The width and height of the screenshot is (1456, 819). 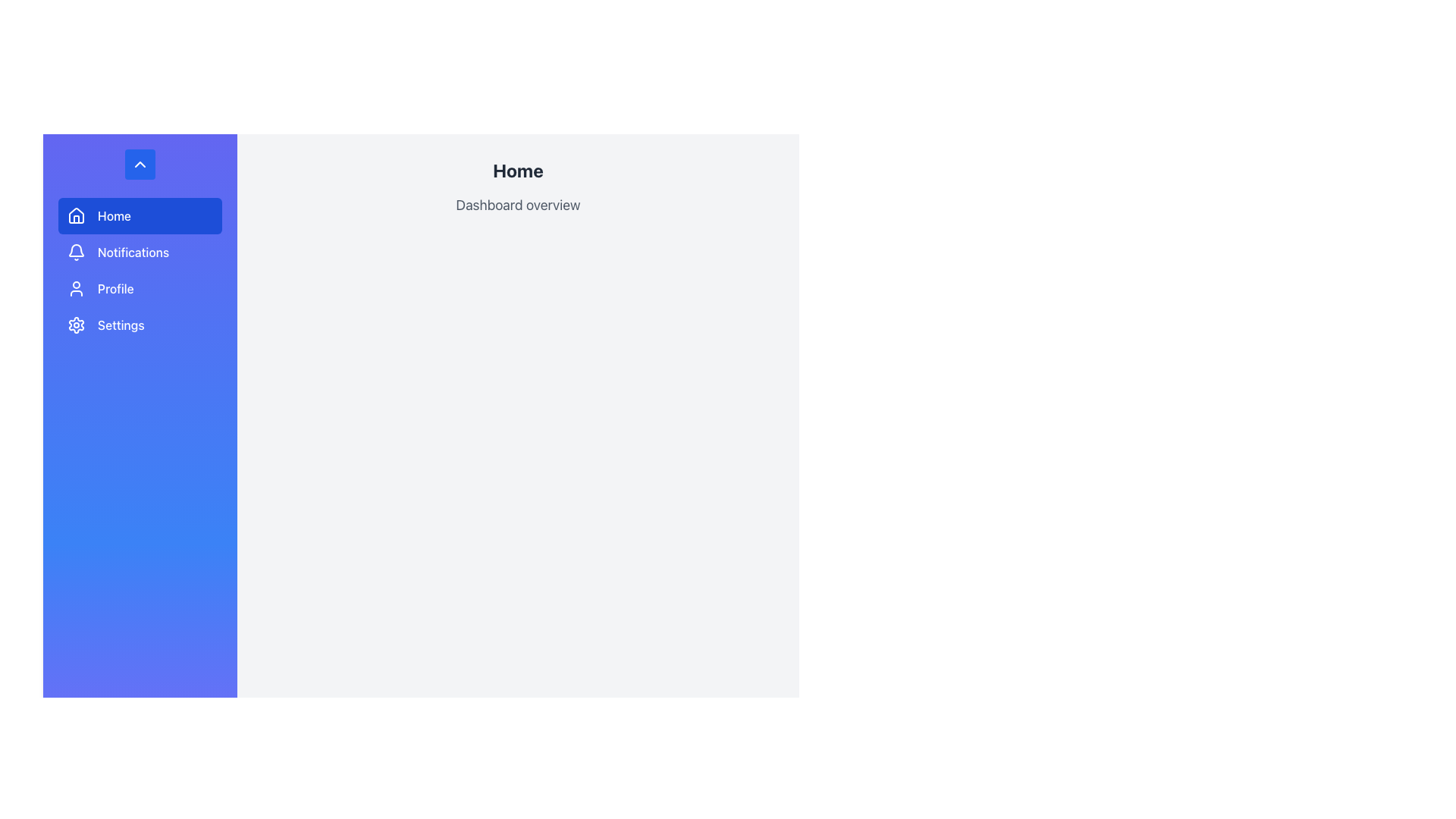 I want to click on the 'Home' button icon located on the left side of the text label, which serves as navigation to the homepage, so click(x=75, y=216).